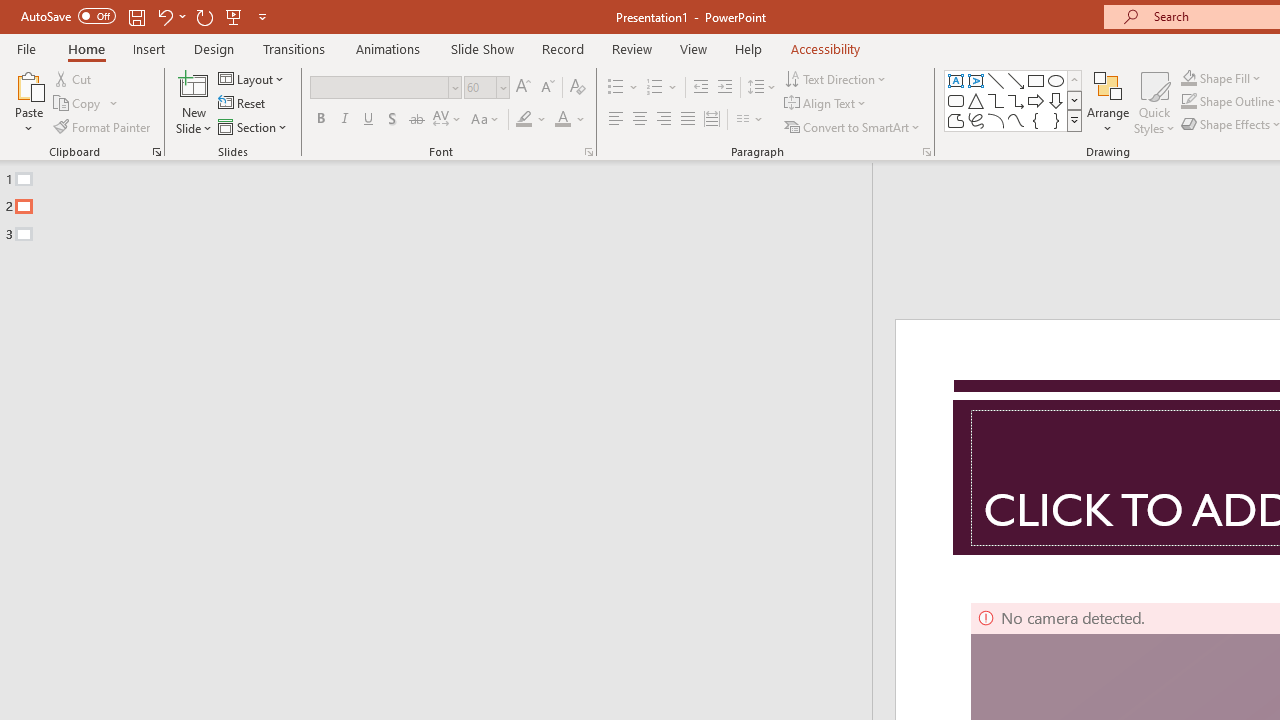  I want to click on 'Shapes', so click(1073, 120).